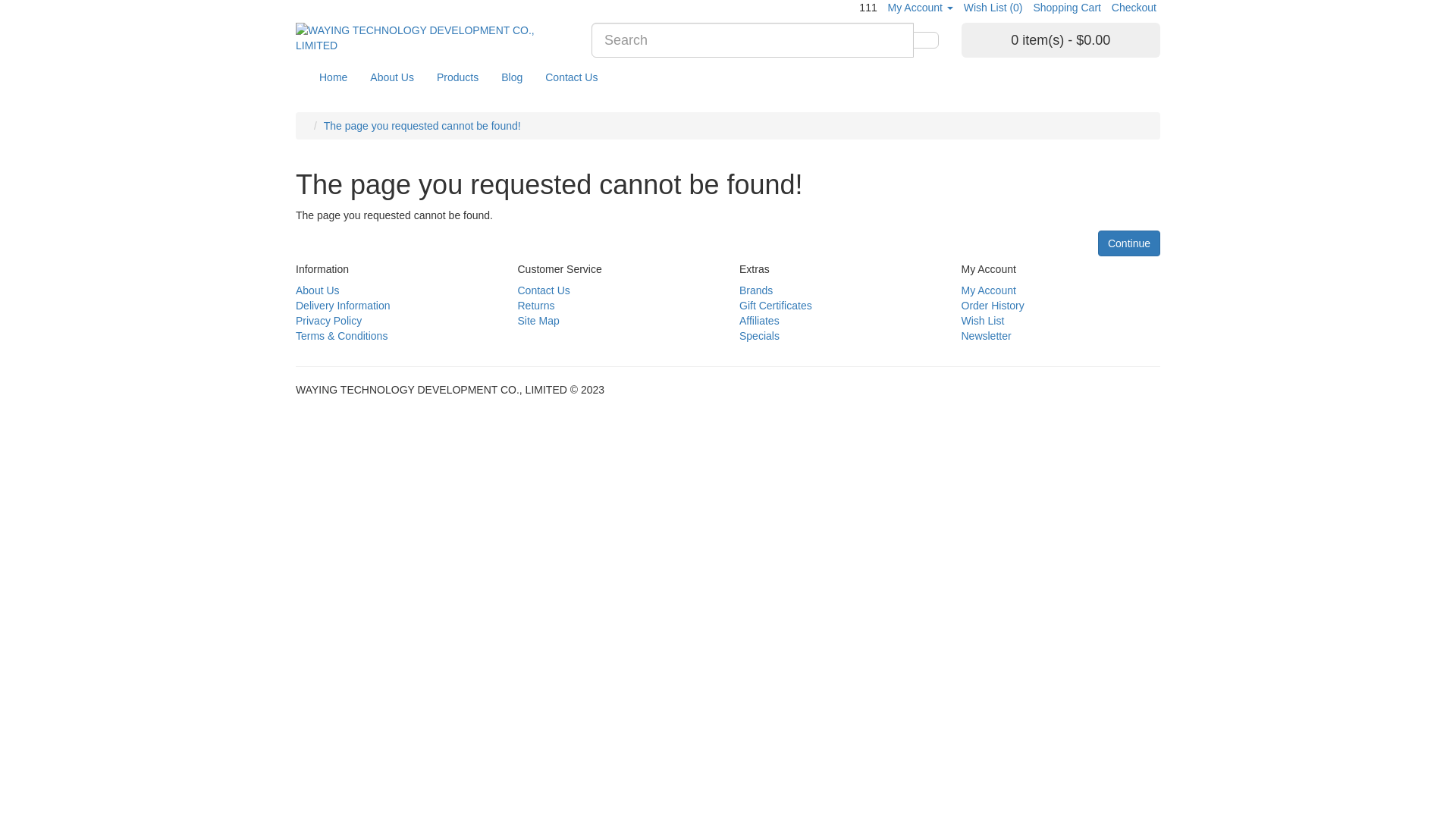 This screenshot has height=819, width=1456. Describe the element at coordinates (316, 290) in the screenshot. I see `'About Us'` at that location.